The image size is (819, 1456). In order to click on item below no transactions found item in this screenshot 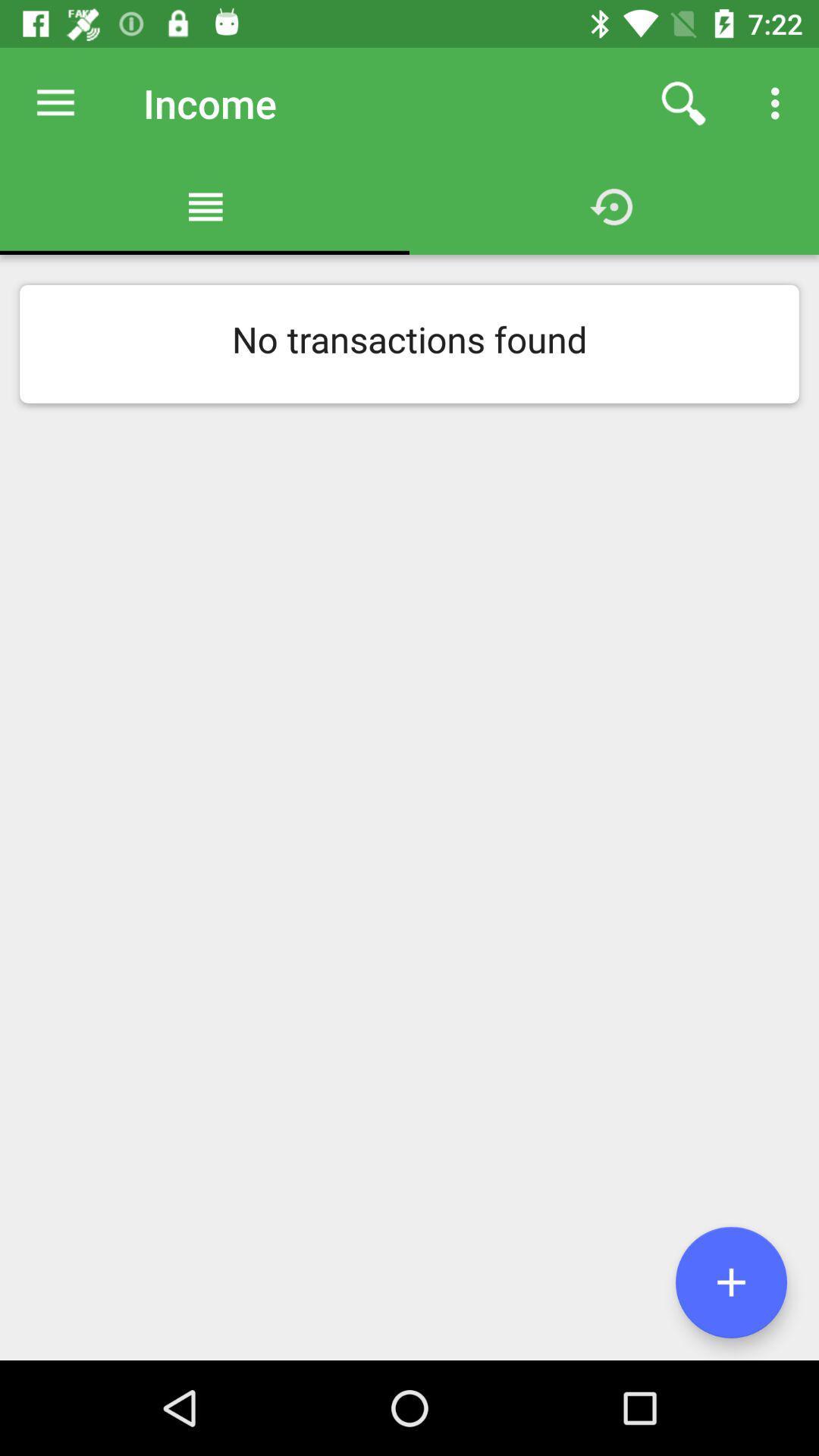, I will do `click(730, 1282)`.